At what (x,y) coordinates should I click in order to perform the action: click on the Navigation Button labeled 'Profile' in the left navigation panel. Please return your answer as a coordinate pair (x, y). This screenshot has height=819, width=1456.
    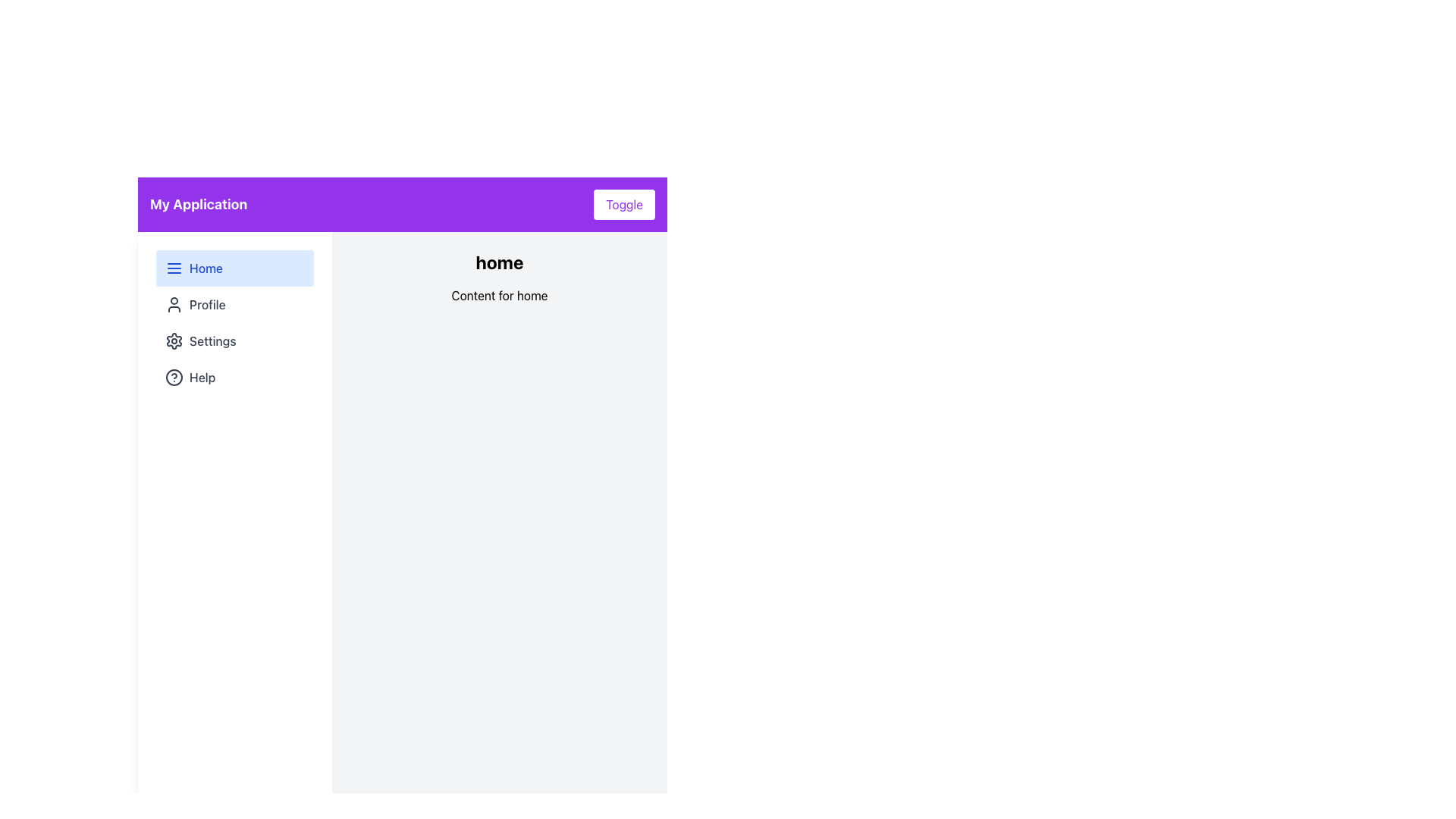
    Looking at the image, I should click on (234, 304).